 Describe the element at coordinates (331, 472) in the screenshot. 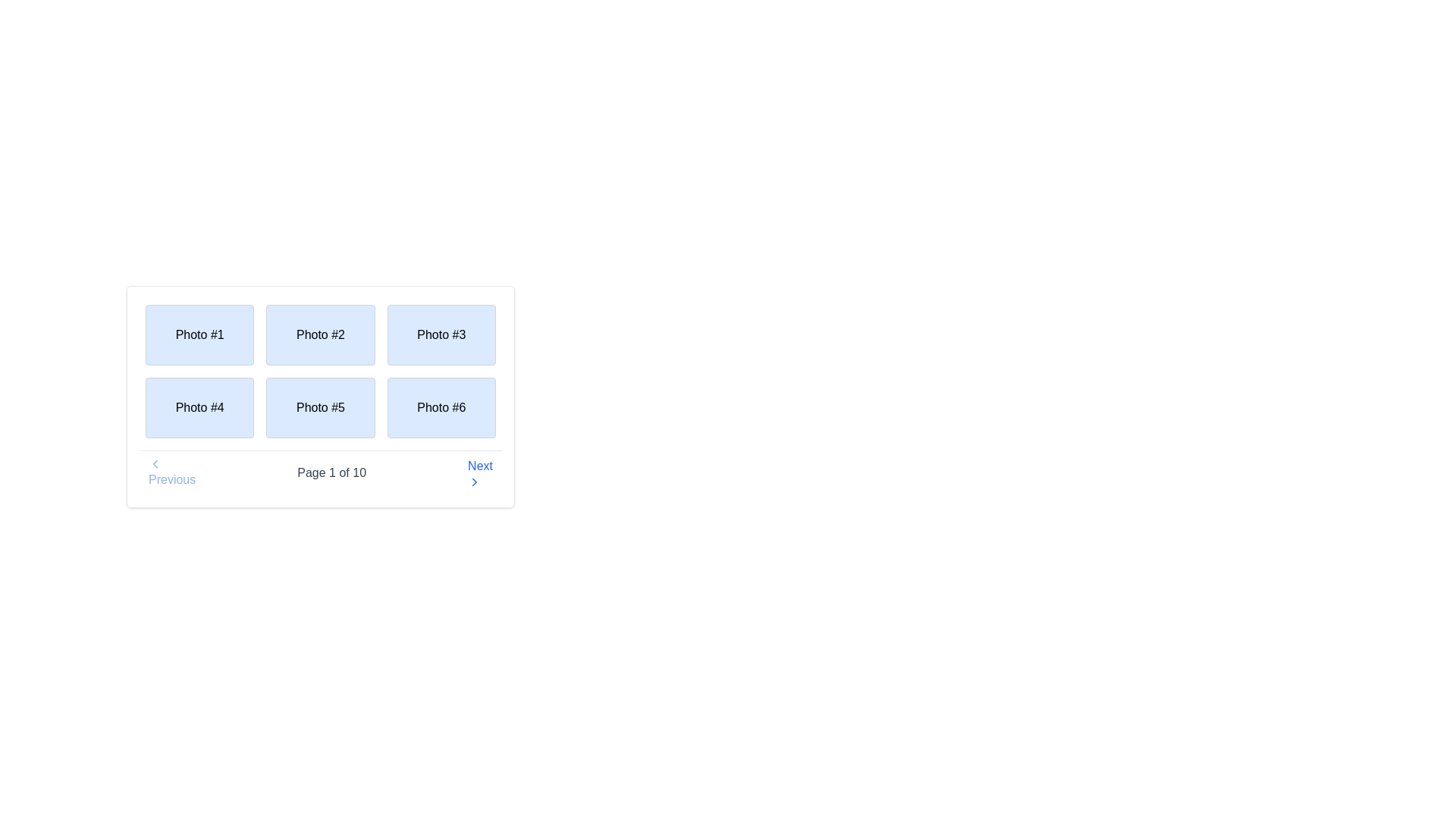

I see `the text label that displays the current page information, indicating the user is viewing page 1 out of 10, located centrally between the 'Previous' and 'Next' buttons in the navigation control bar` at that location.